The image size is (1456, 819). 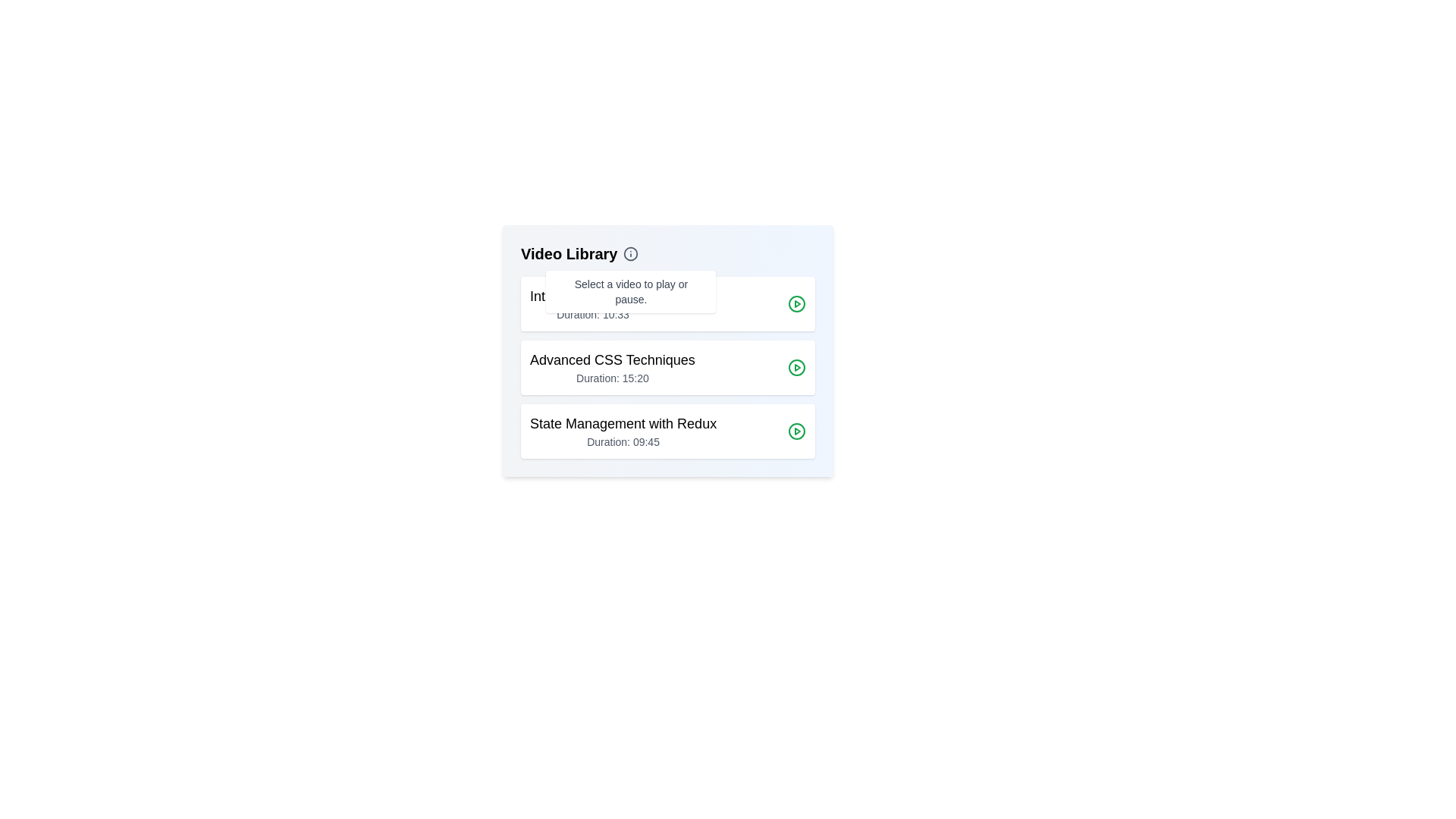 I want to click on the Text Label displaying the duration of the video tutorial titled 'Introduction to React', so click(x=592, y=314).